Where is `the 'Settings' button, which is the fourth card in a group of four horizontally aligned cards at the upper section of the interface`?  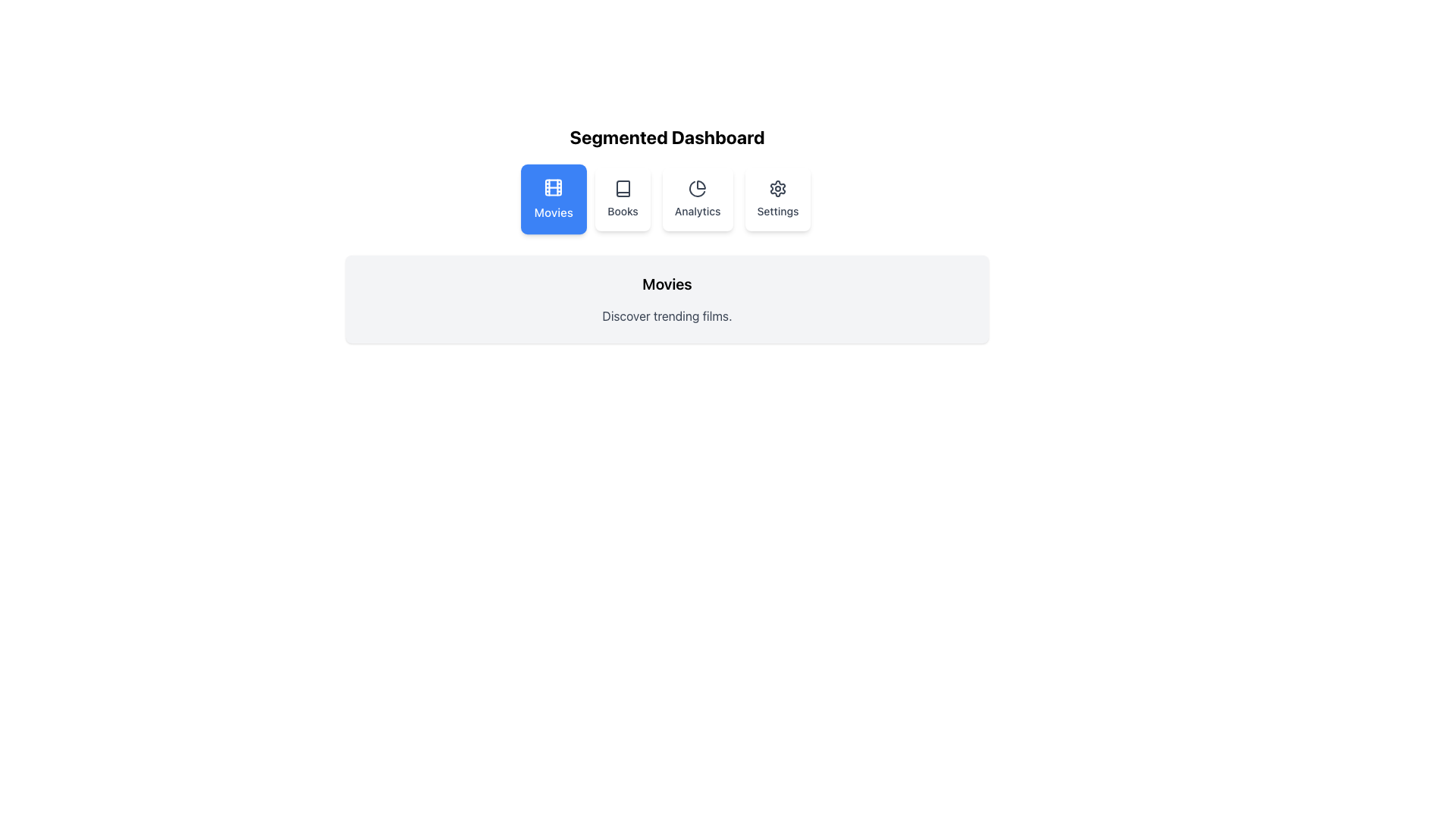
the 'Settings' button, which is the fourth card in a group of four horizontally aligned cards at the upper section of the interface is located at coordinates (778, 198).